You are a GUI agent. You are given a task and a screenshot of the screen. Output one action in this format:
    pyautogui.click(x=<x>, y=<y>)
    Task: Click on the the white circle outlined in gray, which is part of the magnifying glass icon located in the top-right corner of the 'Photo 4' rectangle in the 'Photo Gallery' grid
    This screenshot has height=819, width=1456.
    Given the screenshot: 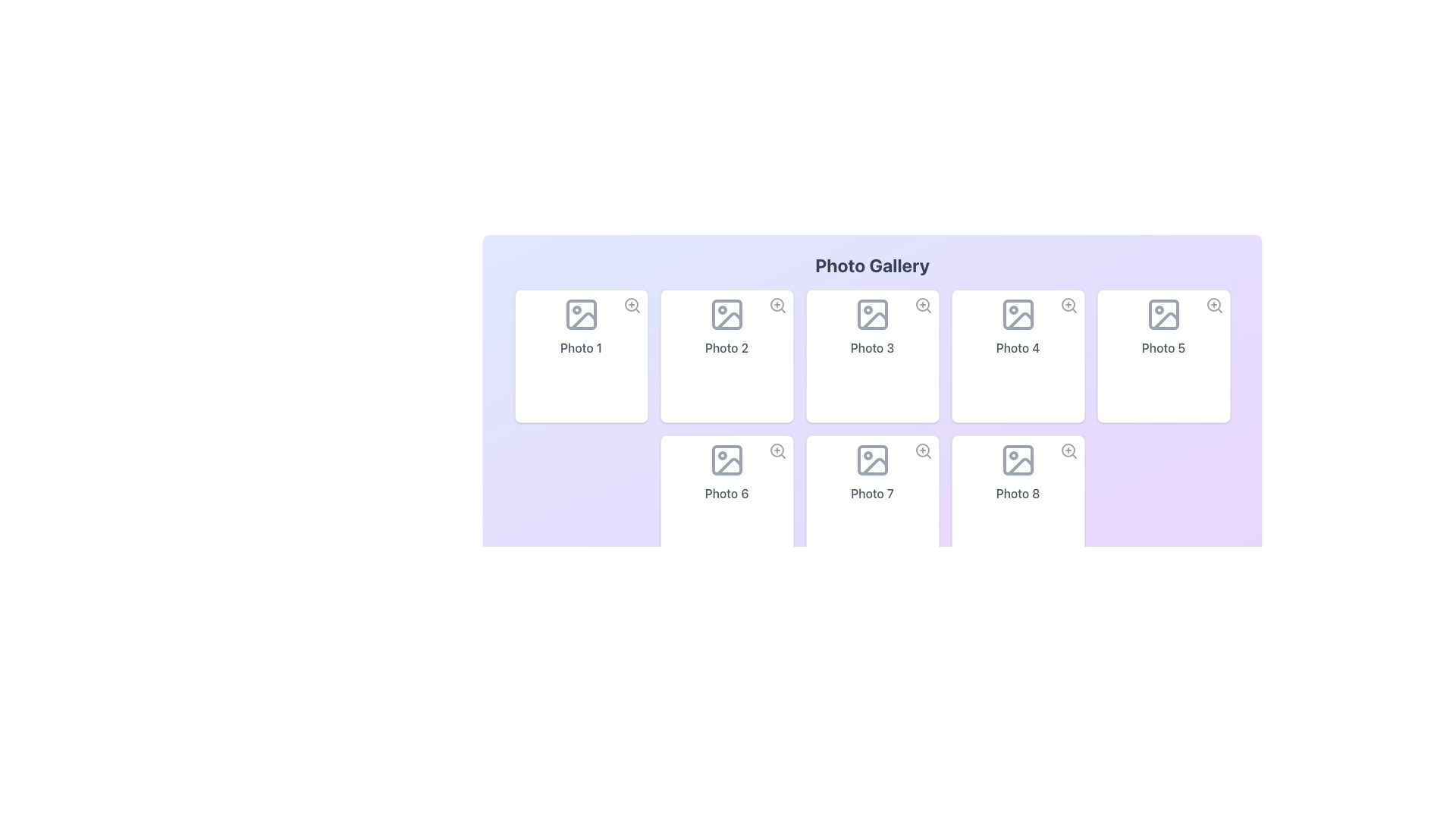 What is the action you would take?
    pyautogui.click(x=1067, y=304)
    